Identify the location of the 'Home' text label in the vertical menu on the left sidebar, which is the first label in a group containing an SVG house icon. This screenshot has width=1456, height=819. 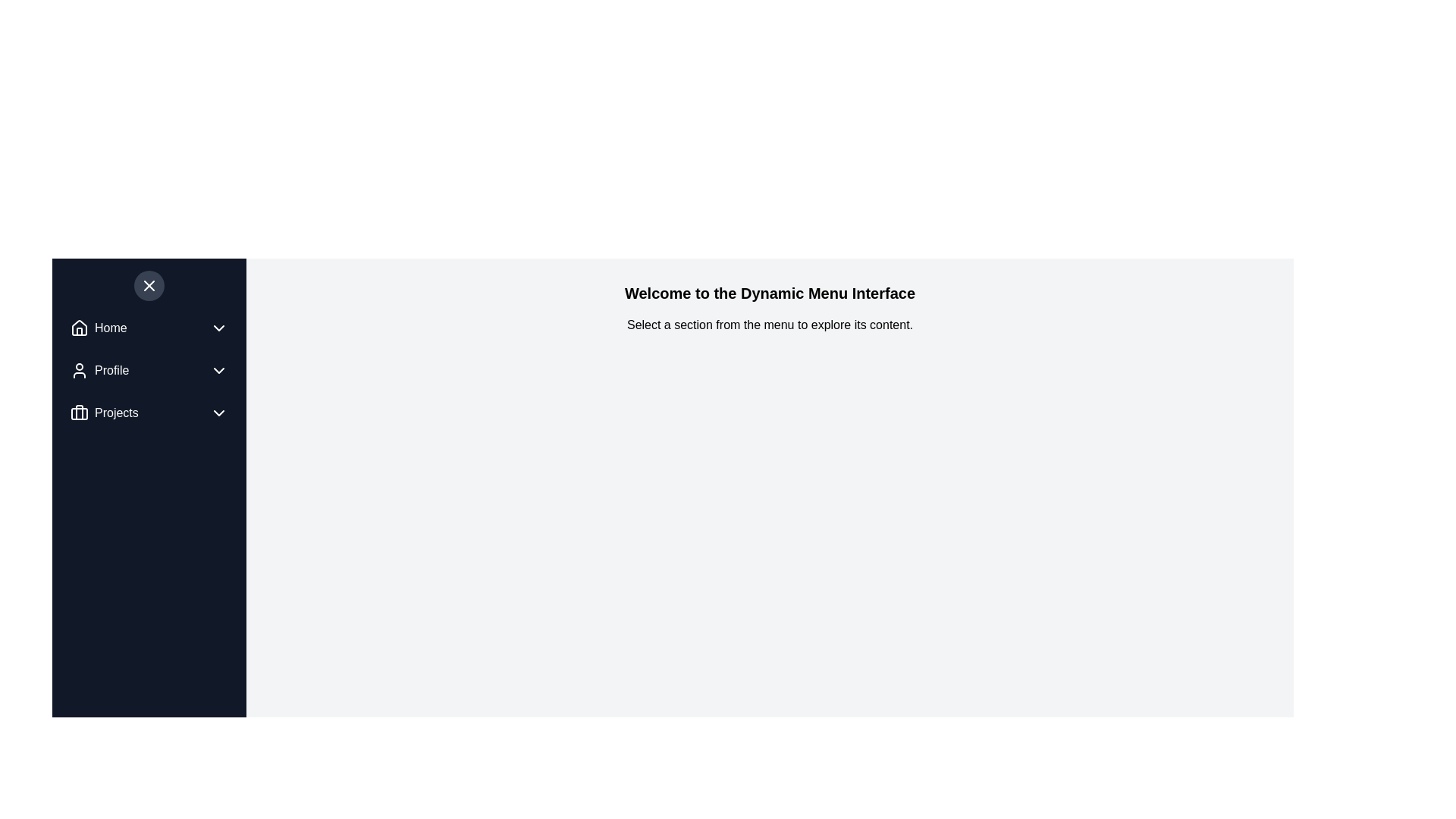
(110, 327).